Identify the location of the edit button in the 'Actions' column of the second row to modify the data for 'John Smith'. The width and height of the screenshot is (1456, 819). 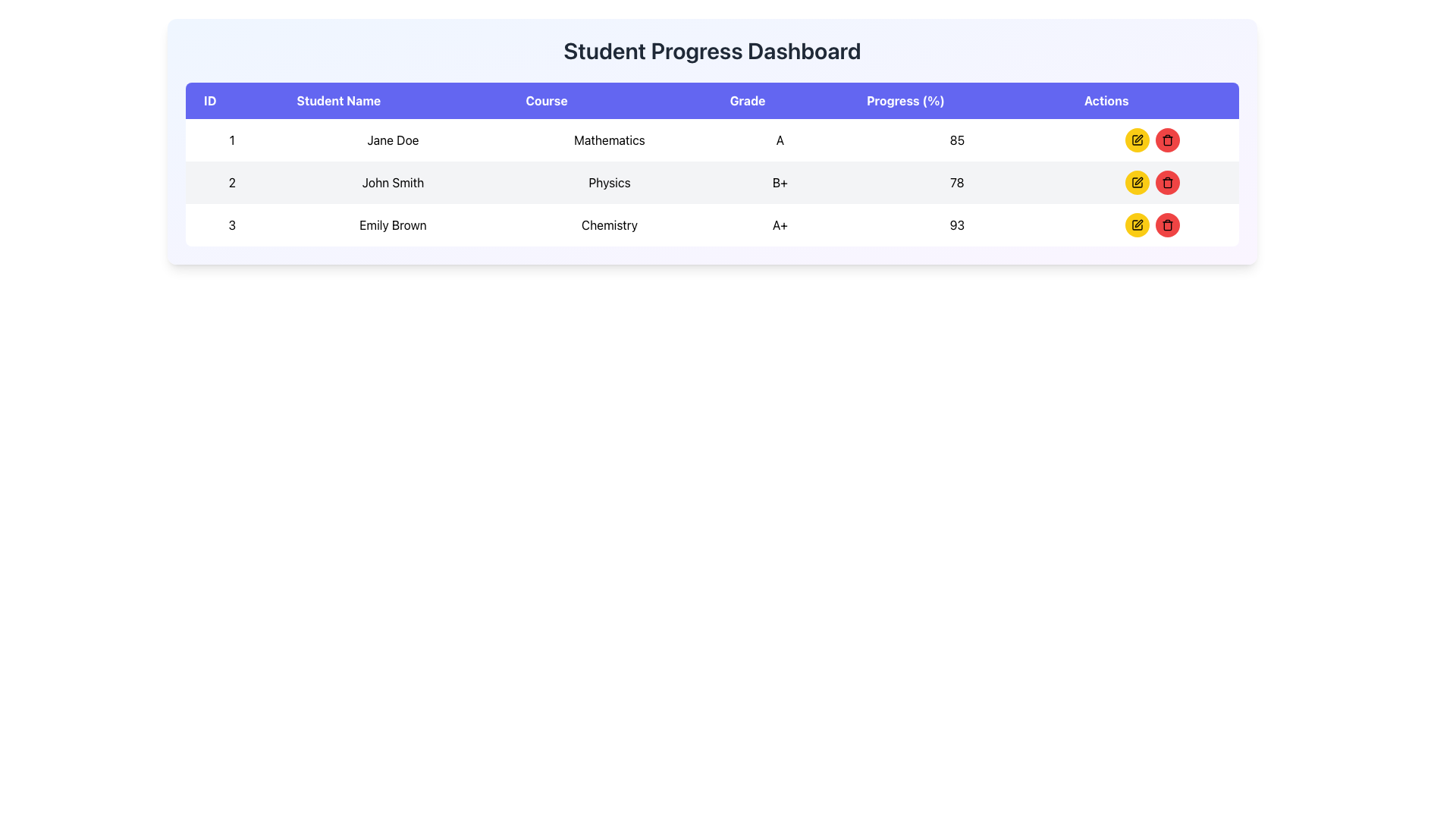
(1136, 181).